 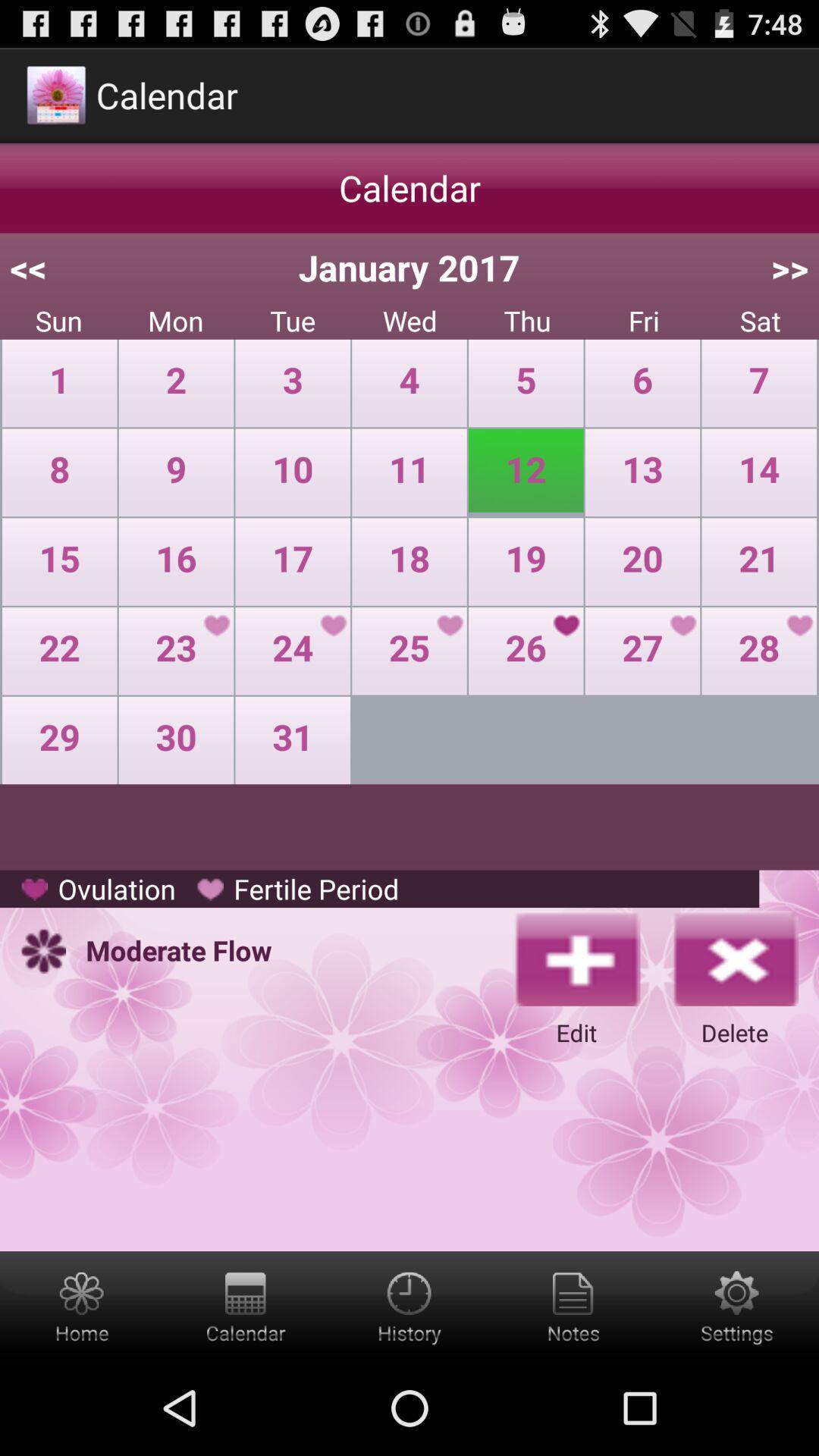 I want to click on the settings, so click(x=736, y=1305).